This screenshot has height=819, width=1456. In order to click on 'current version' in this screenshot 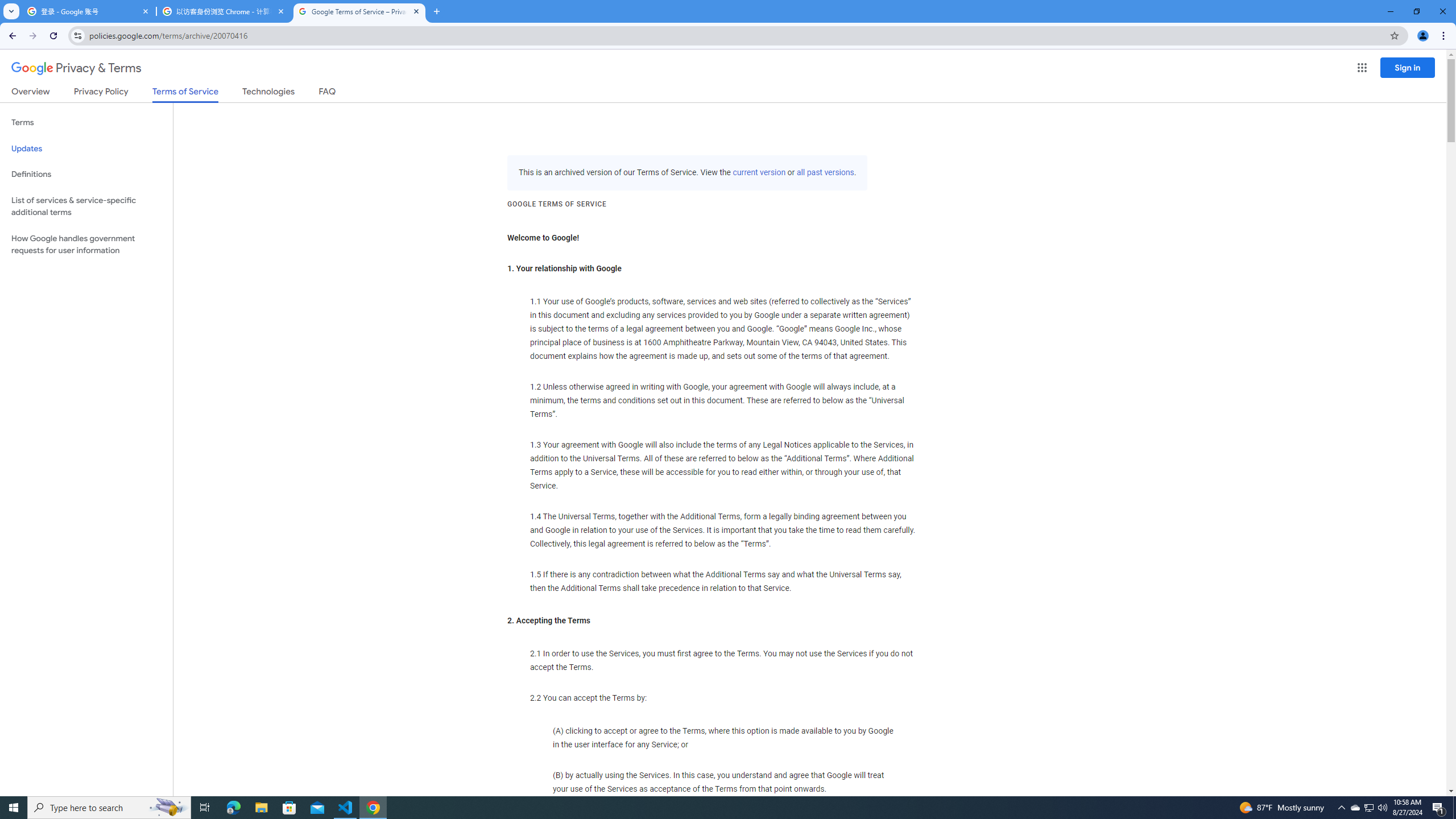, I will do `click(759, 172)`.